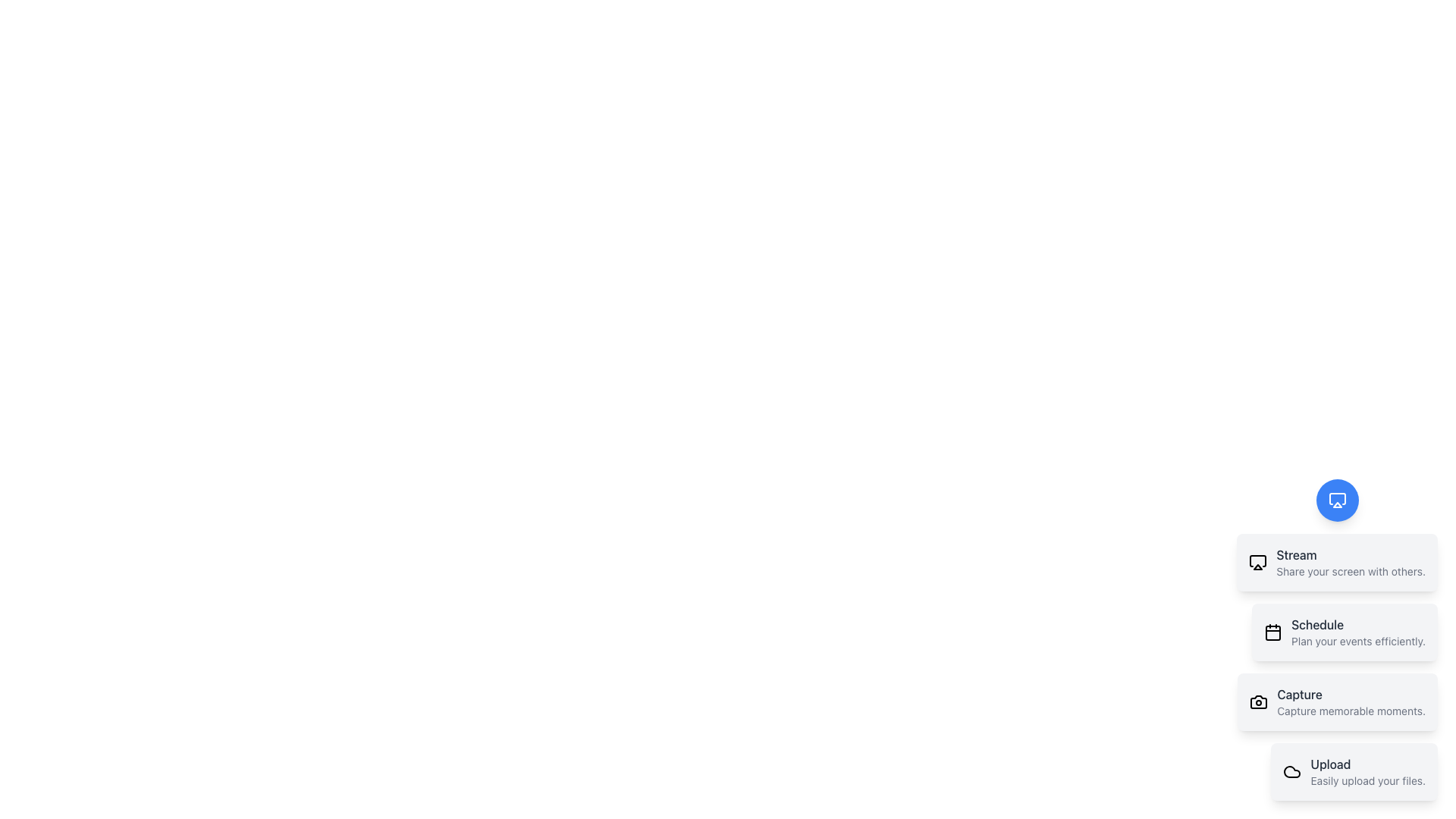 This screenshot has width=1456, height=819. I want to click on the 'Toggle Actions' button located at the bottom-right corner of the interface, so click(1337, 500).